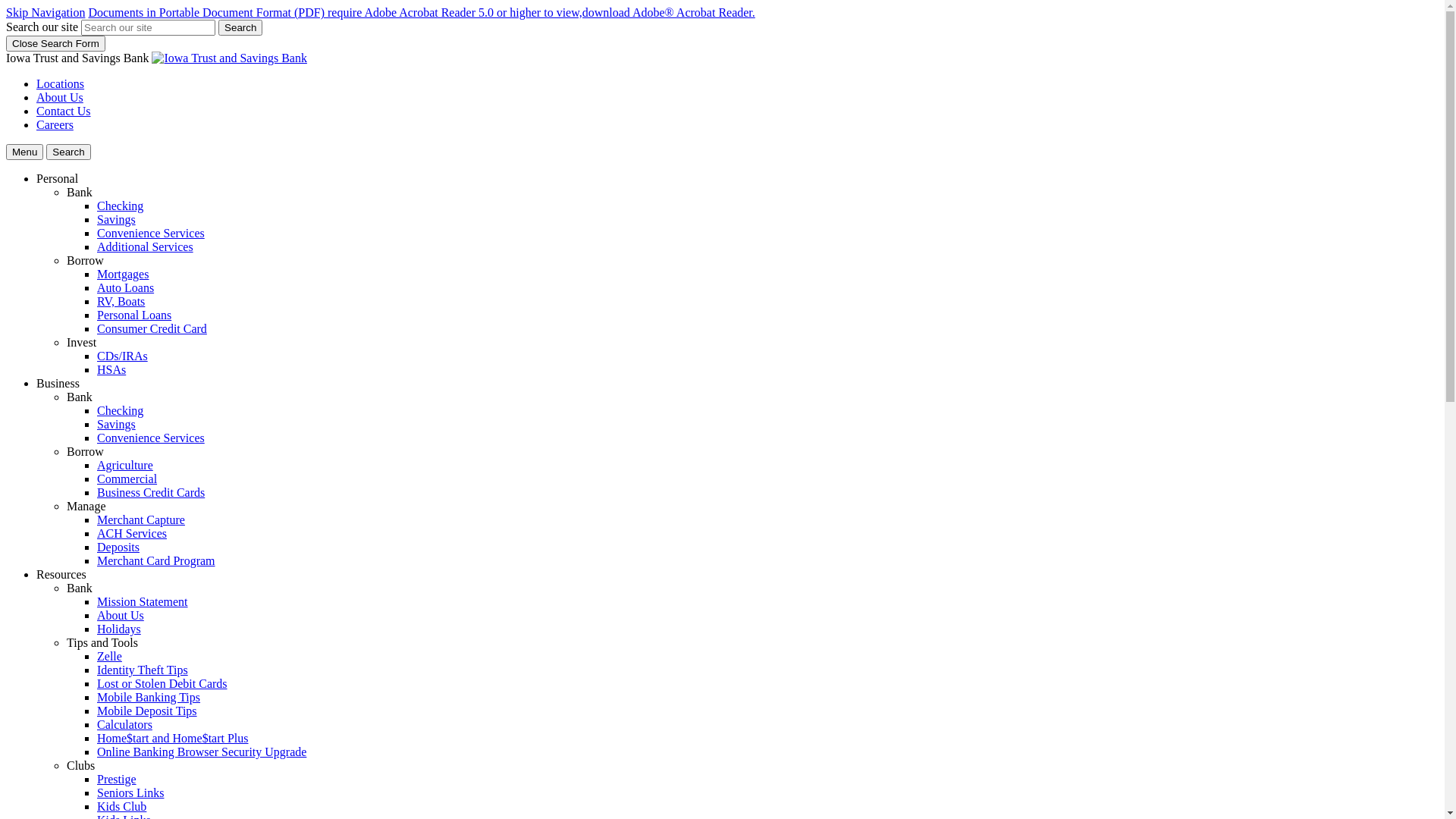 This screenshot has height=819, width=1456. I want to click on 'HSAs', so click(96, 369).